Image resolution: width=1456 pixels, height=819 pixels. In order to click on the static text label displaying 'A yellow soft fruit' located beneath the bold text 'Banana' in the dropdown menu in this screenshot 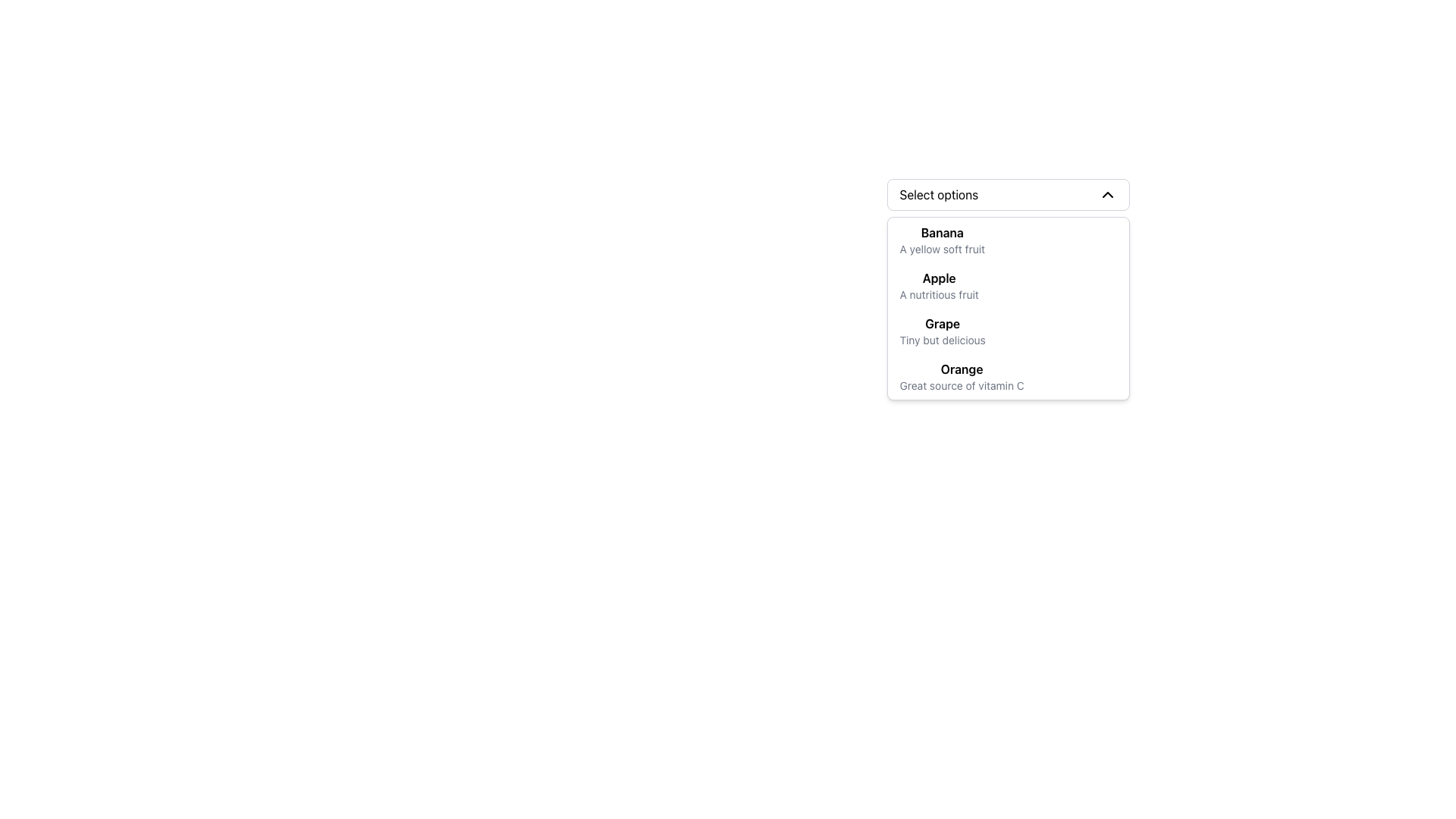, I will do `click(941, 248)`.